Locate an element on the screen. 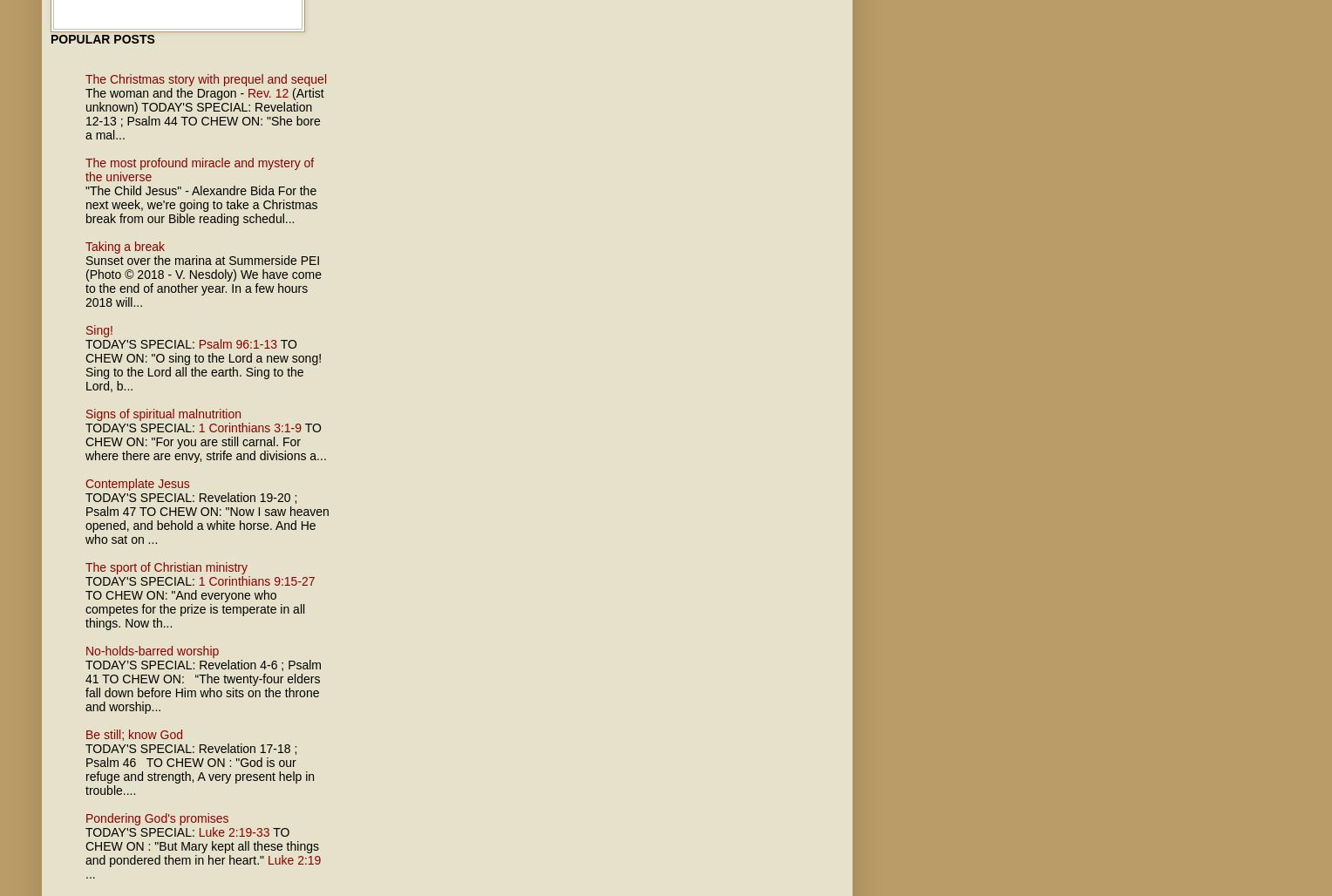 The height and width of the screenshot is (896, 1332). 'Rev. 12' is located at coordinates (268, 92).